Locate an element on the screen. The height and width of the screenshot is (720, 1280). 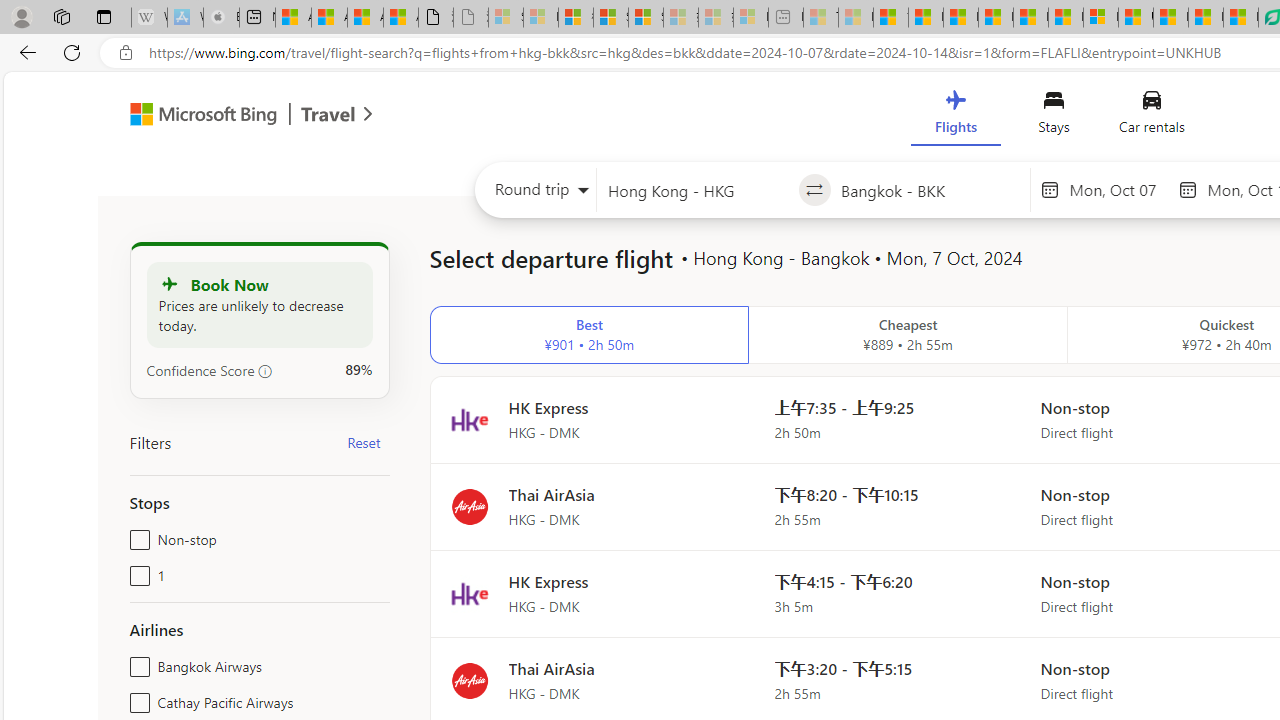
'Going to?' is located at coordinates (929, 190).